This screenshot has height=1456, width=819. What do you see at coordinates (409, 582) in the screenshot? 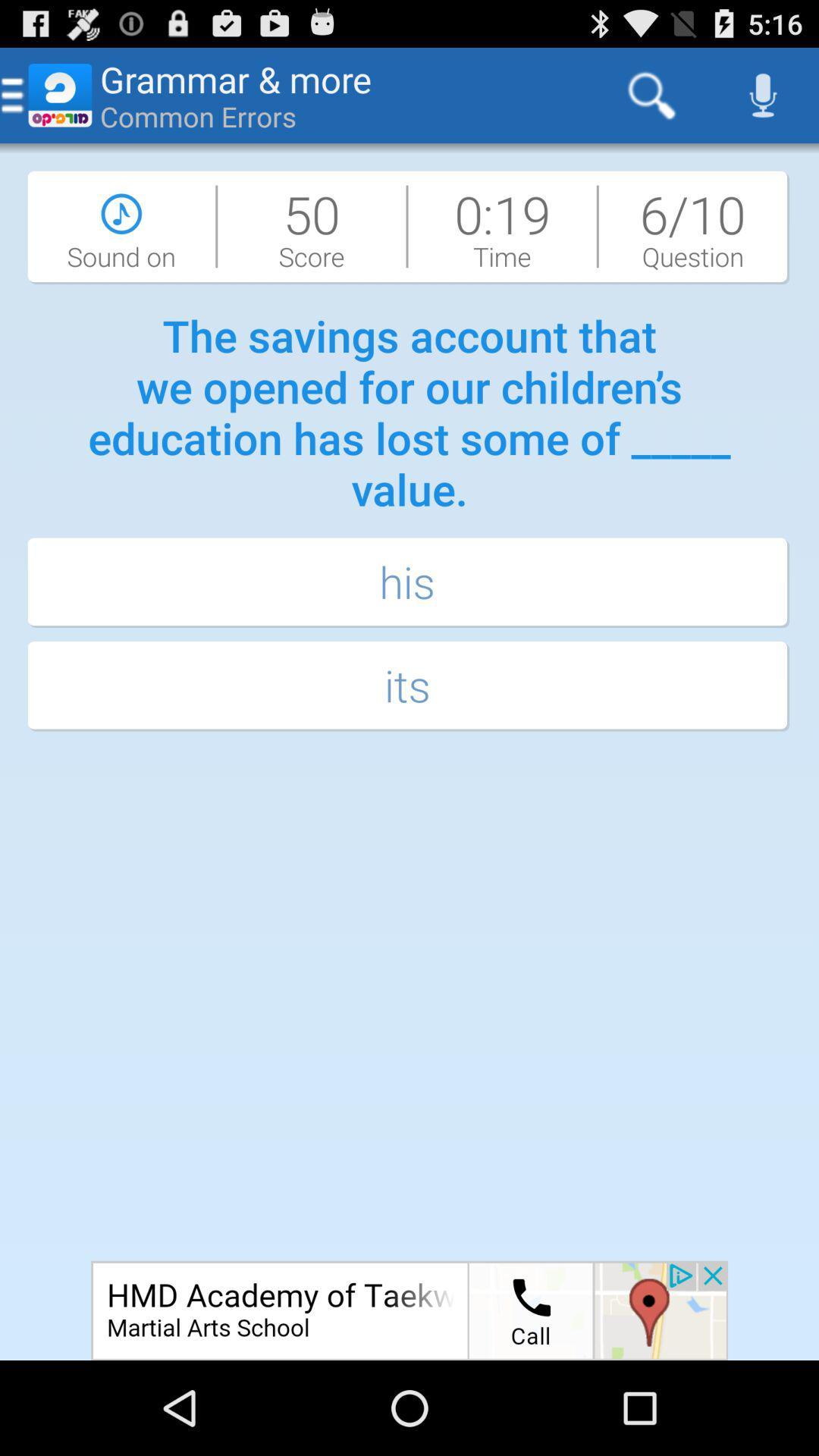
I see `item above its` at bounding box center [409, 582].